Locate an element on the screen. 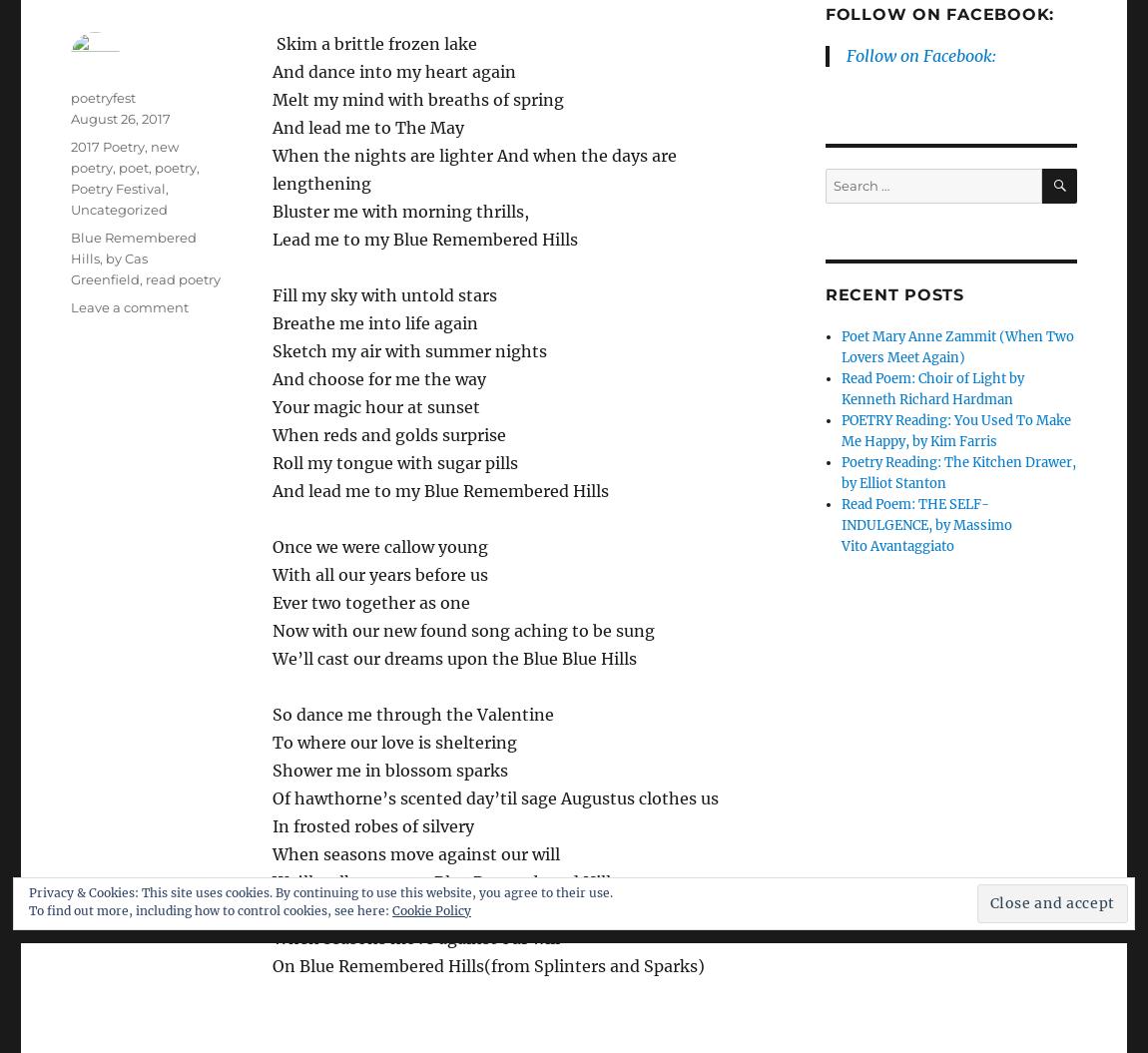  'Poet Mary Anne Zammit (When Two Lovers Meet Again)' is located at coordinates (957, 346).